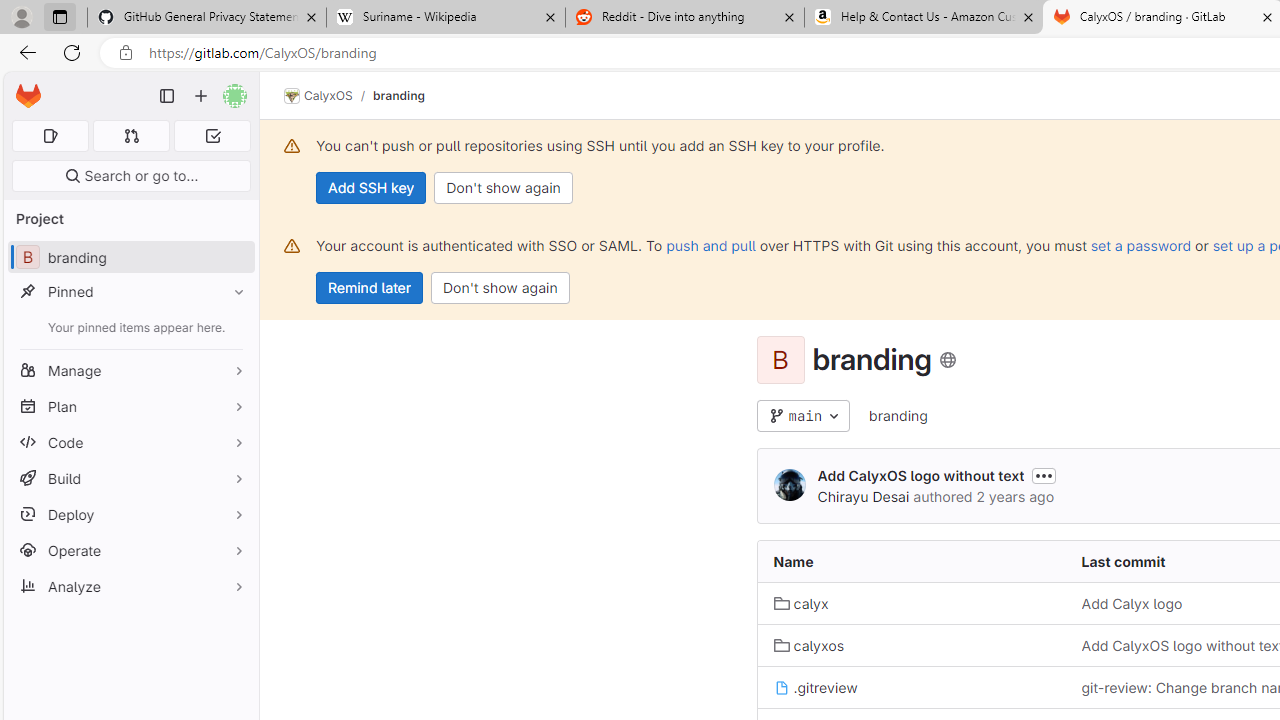  What do you see at coordinates (50, 135) in the screenshot?
I see `'Assigned issues 0'` at bounding box center [50, 135].